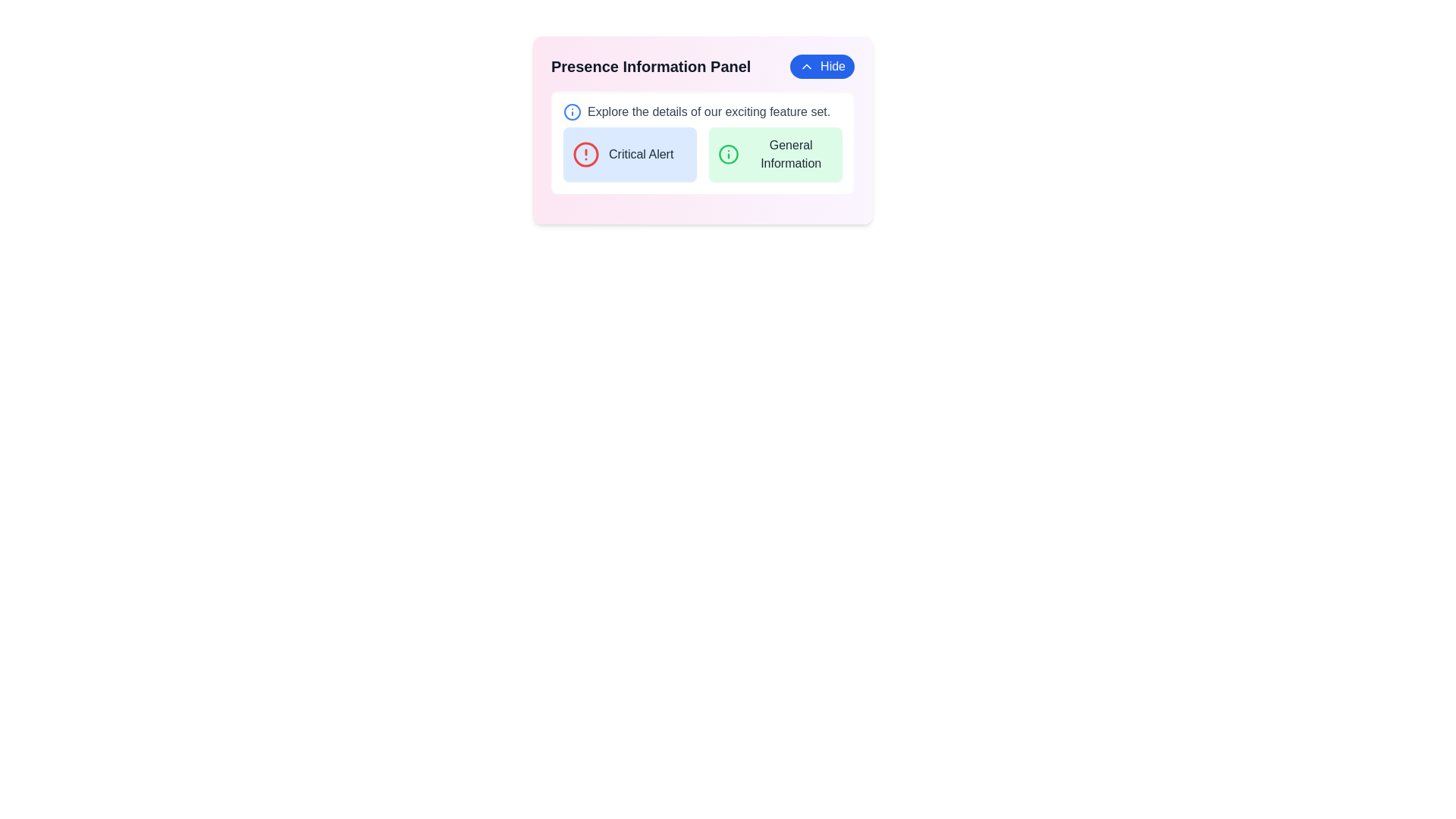  I want to click on title text of the header element that spans the top of the panel and contains an interactive button for hiding the panel, so click(701, 66).